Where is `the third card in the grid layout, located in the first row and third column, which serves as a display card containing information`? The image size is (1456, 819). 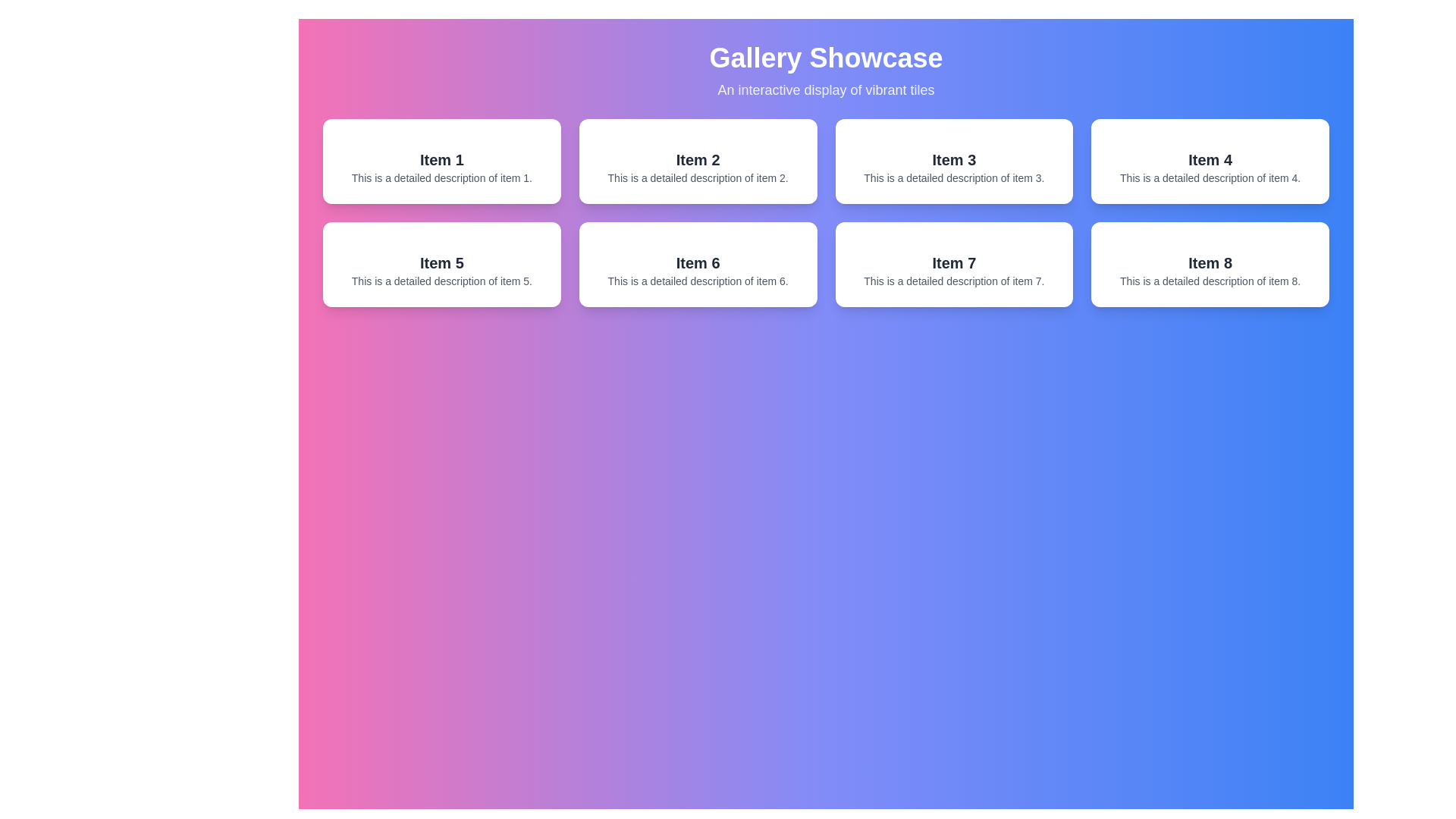
the third card in the grid layout, located in the first row and third column, which serves as a display card containing information is located at coordinates (953, 161).